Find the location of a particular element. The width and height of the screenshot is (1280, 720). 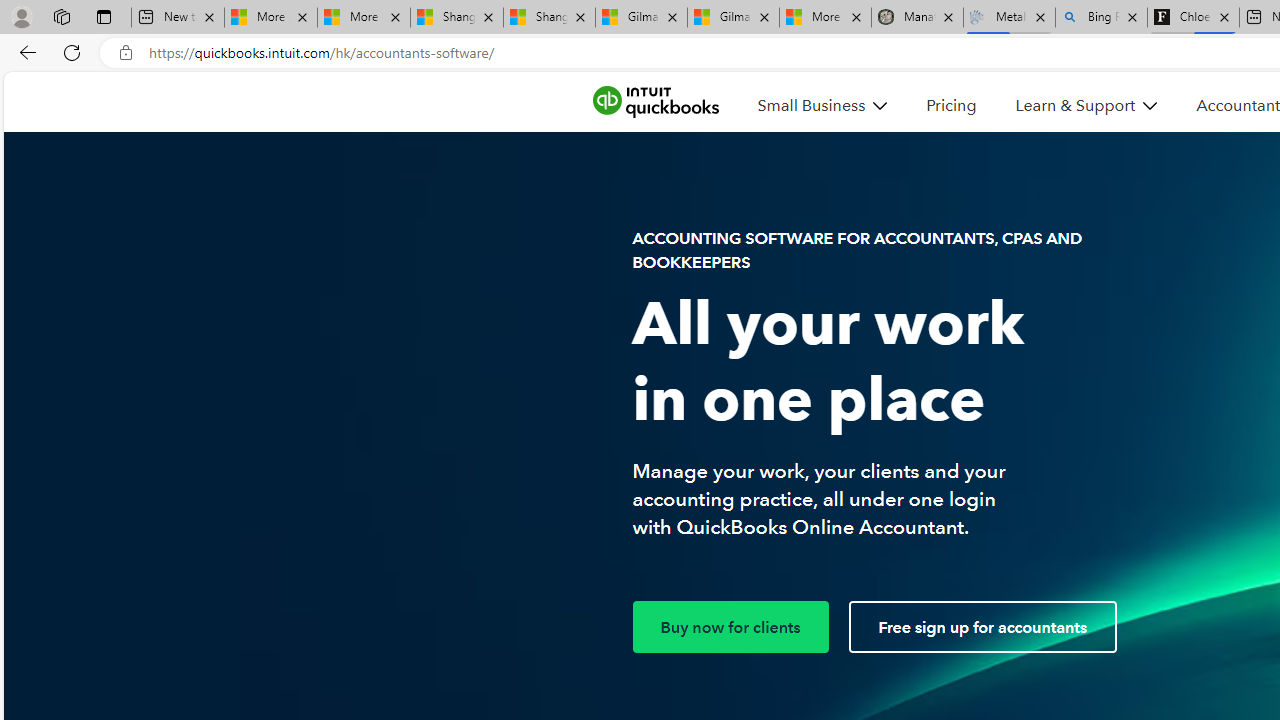

'Learn & Support' is located at coordinates (1074, 105).